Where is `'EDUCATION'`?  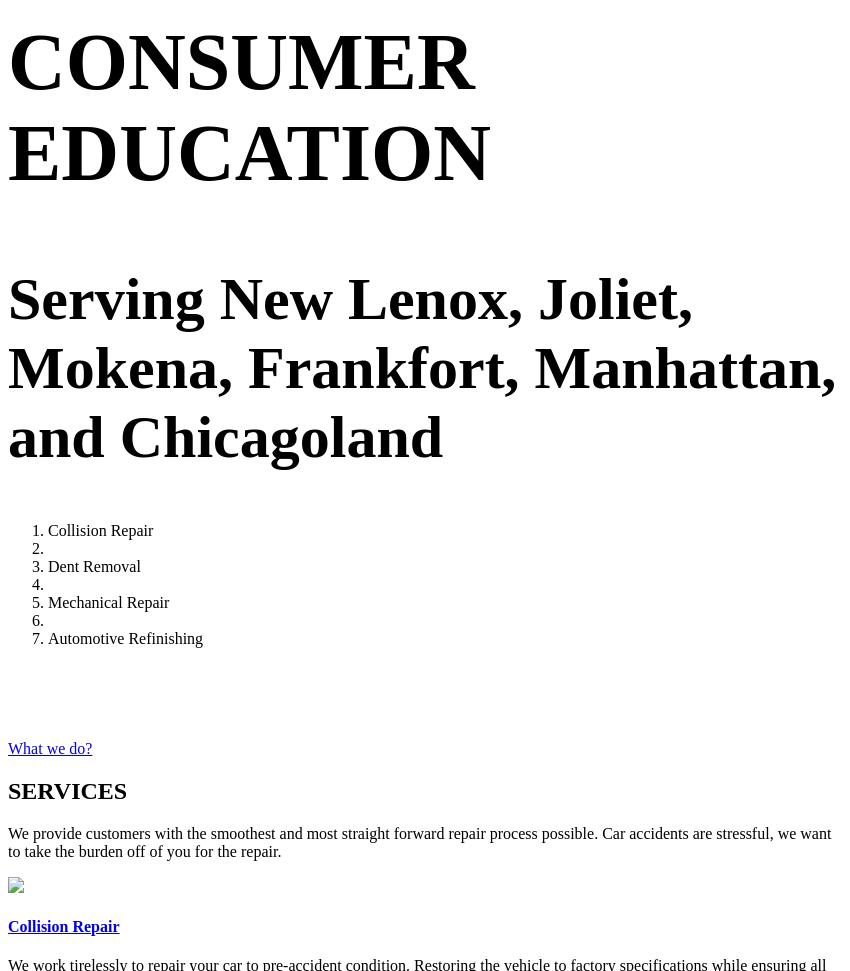
'EDUCATION' is located at coordinates (249, 151).